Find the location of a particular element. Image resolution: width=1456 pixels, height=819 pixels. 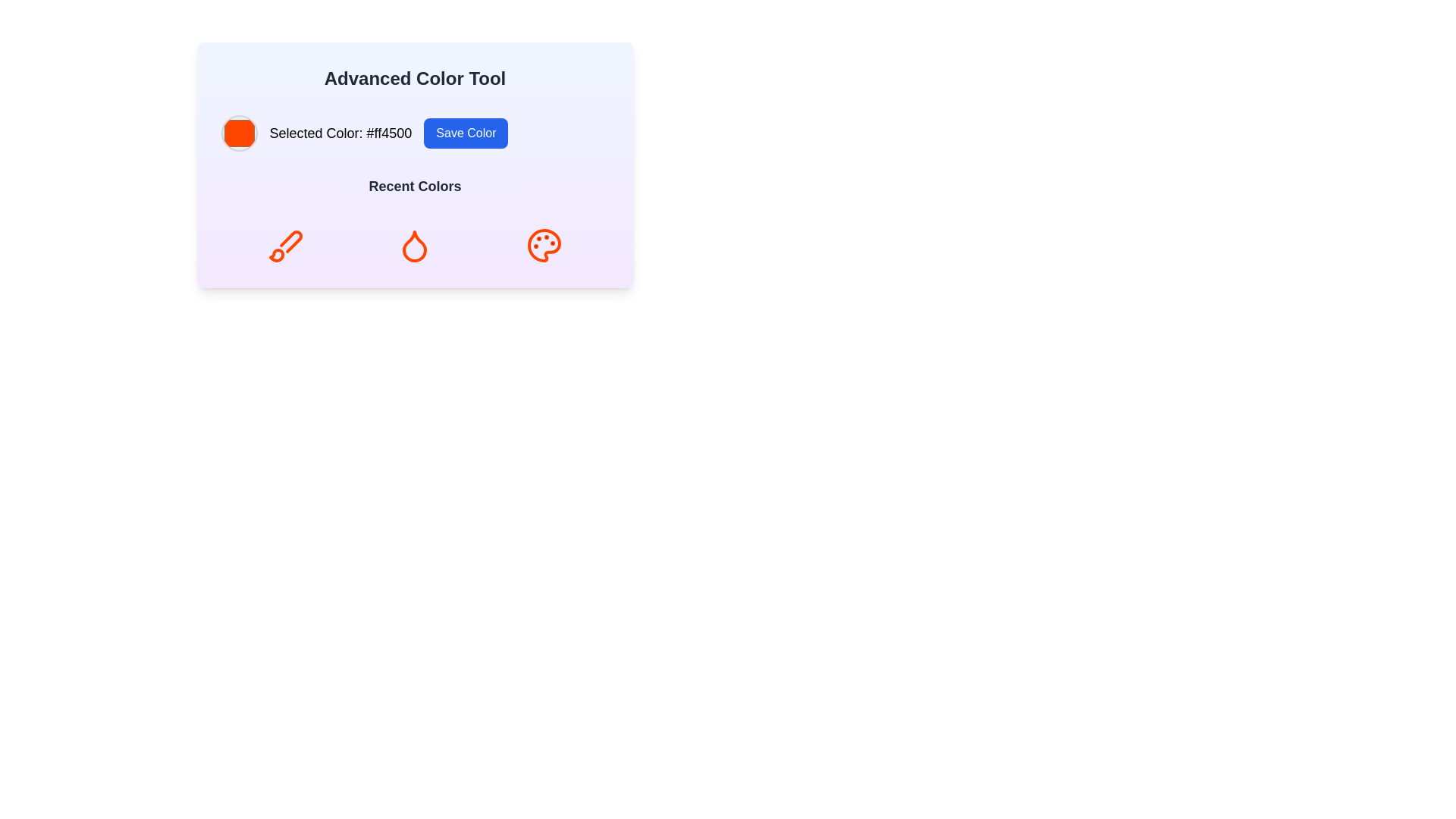

the 'Recent Colors' header which visually segregates the section displaying recently used colors from other sections is located at coordinates (415, 189).